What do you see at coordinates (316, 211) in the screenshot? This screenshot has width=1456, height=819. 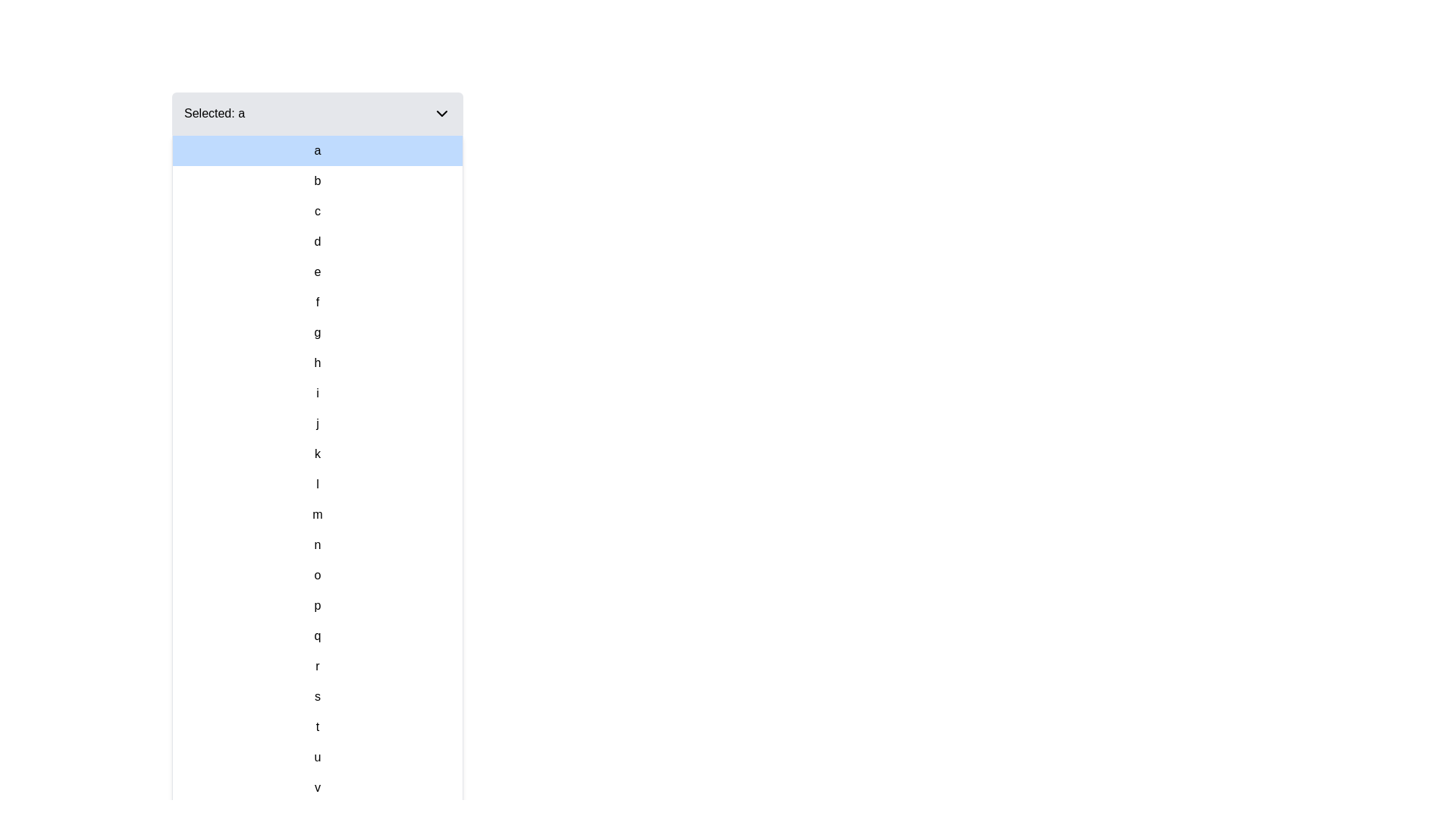 I see `the text element displaying the character 'c' in the dropdown list` at bounding box center [316, 211].